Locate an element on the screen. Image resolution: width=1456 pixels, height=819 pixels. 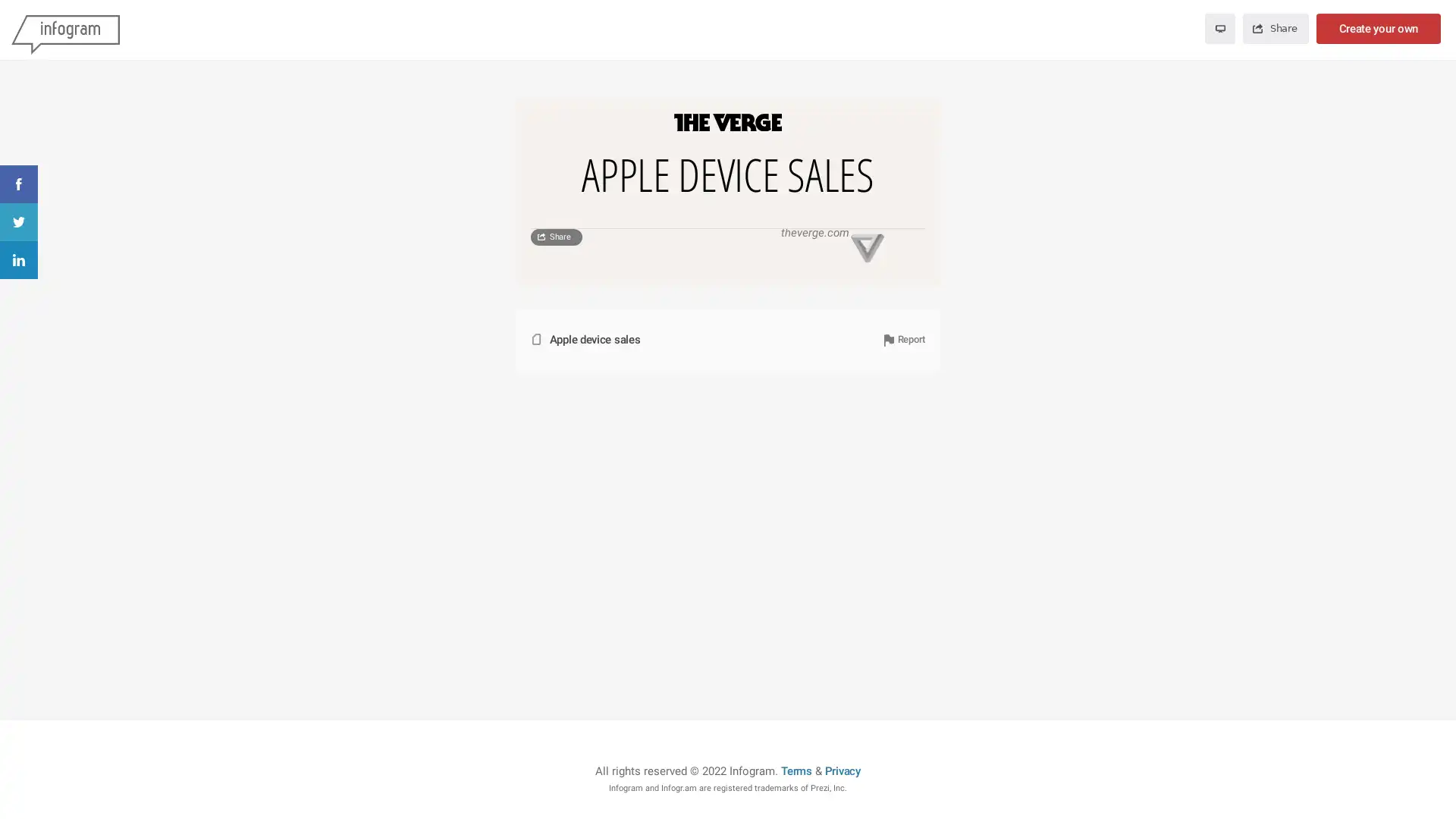
Show side buttons is located at coordinates (916, 120).